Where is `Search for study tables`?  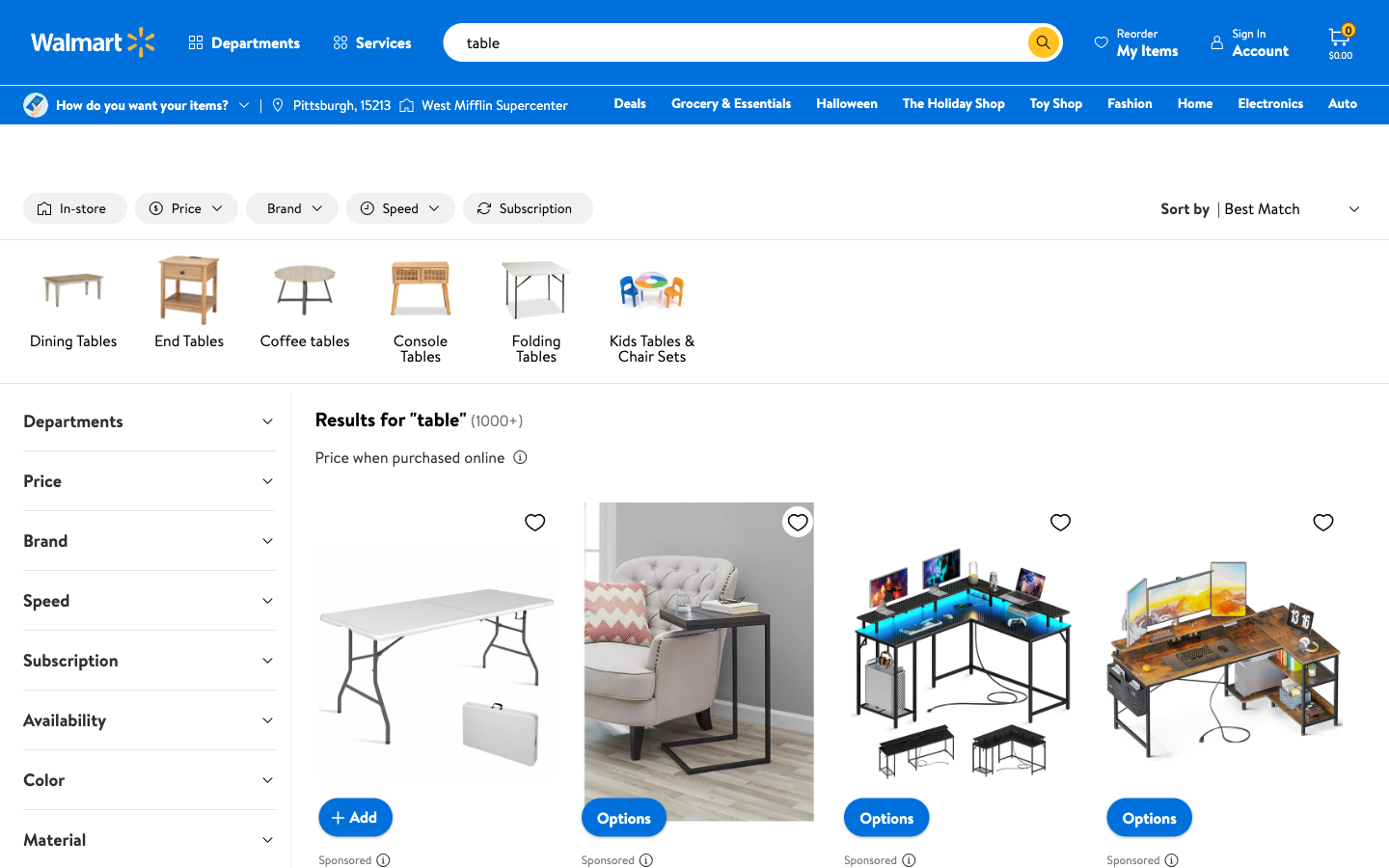
Search for study tables is located at coordinates (1013, 41).